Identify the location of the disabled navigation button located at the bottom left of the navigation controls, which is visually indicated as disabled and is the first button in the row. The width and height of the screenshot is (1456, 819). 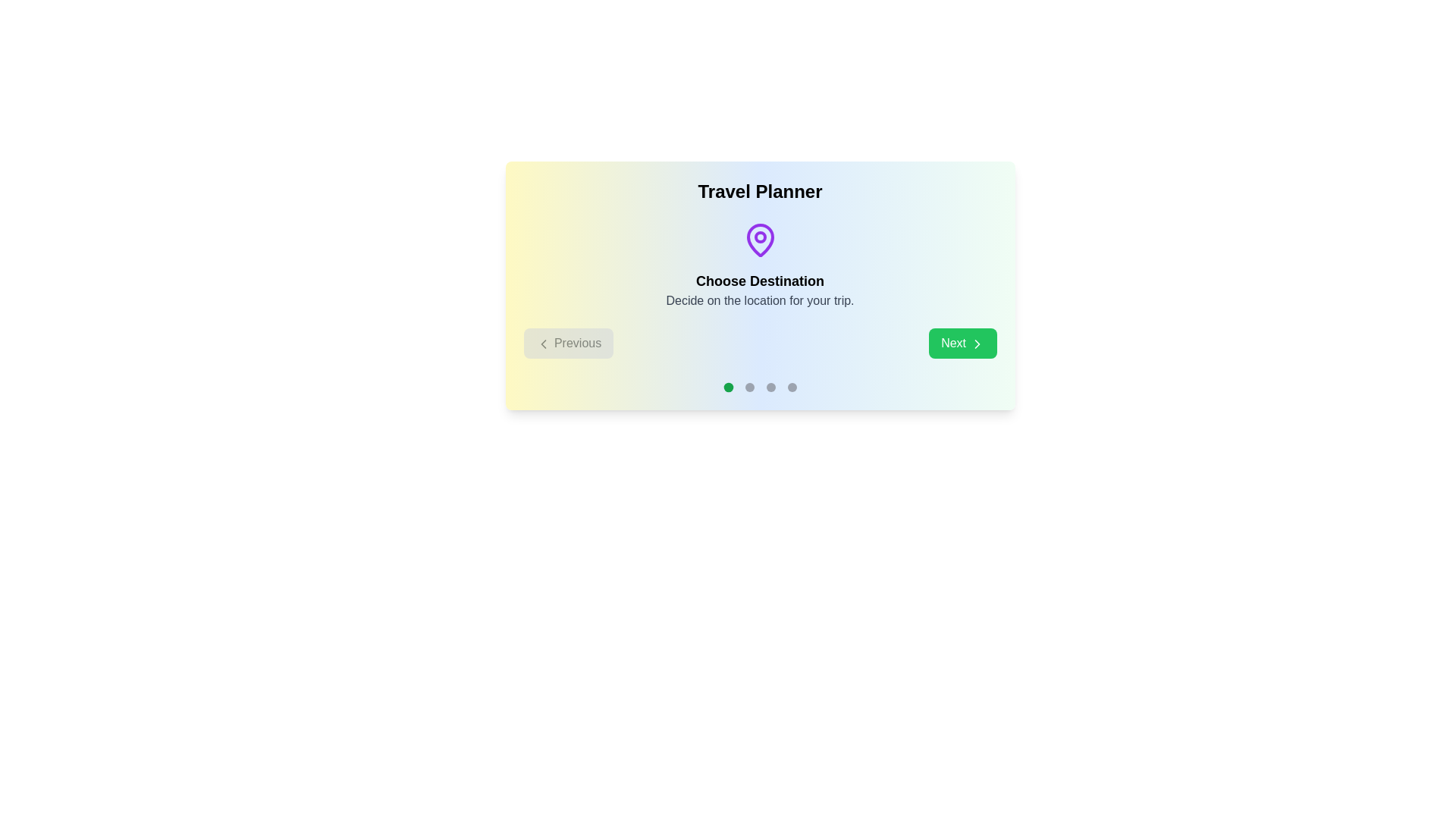
(567, 343).